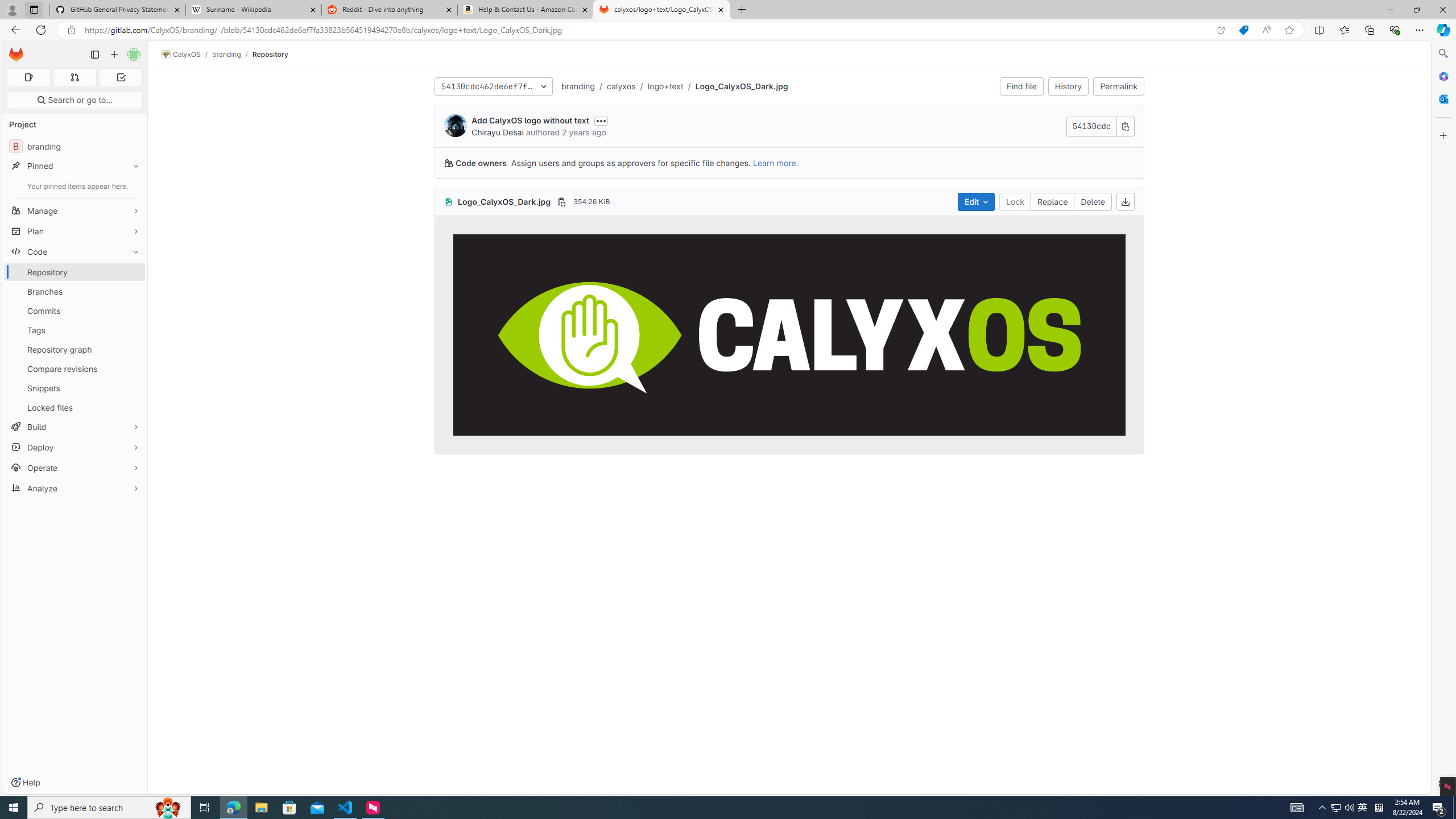 The image size is (1456, 819). Describe the element at coordinates (659, 85) in the screenshot. I see `'/logo+text'` at that location.